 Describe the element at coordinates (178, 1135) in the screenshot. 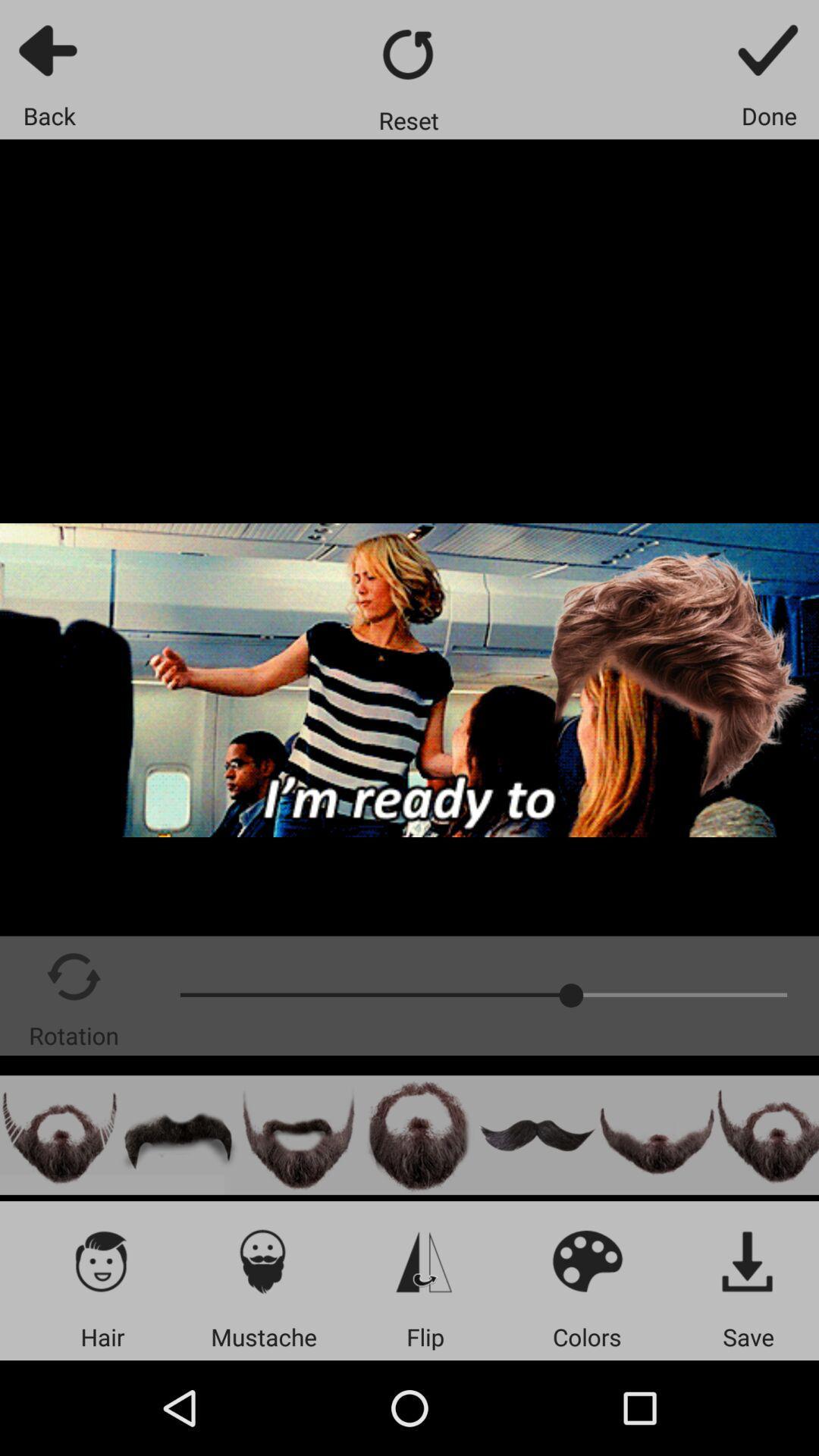

I see `drage hair onto picture` at that location.